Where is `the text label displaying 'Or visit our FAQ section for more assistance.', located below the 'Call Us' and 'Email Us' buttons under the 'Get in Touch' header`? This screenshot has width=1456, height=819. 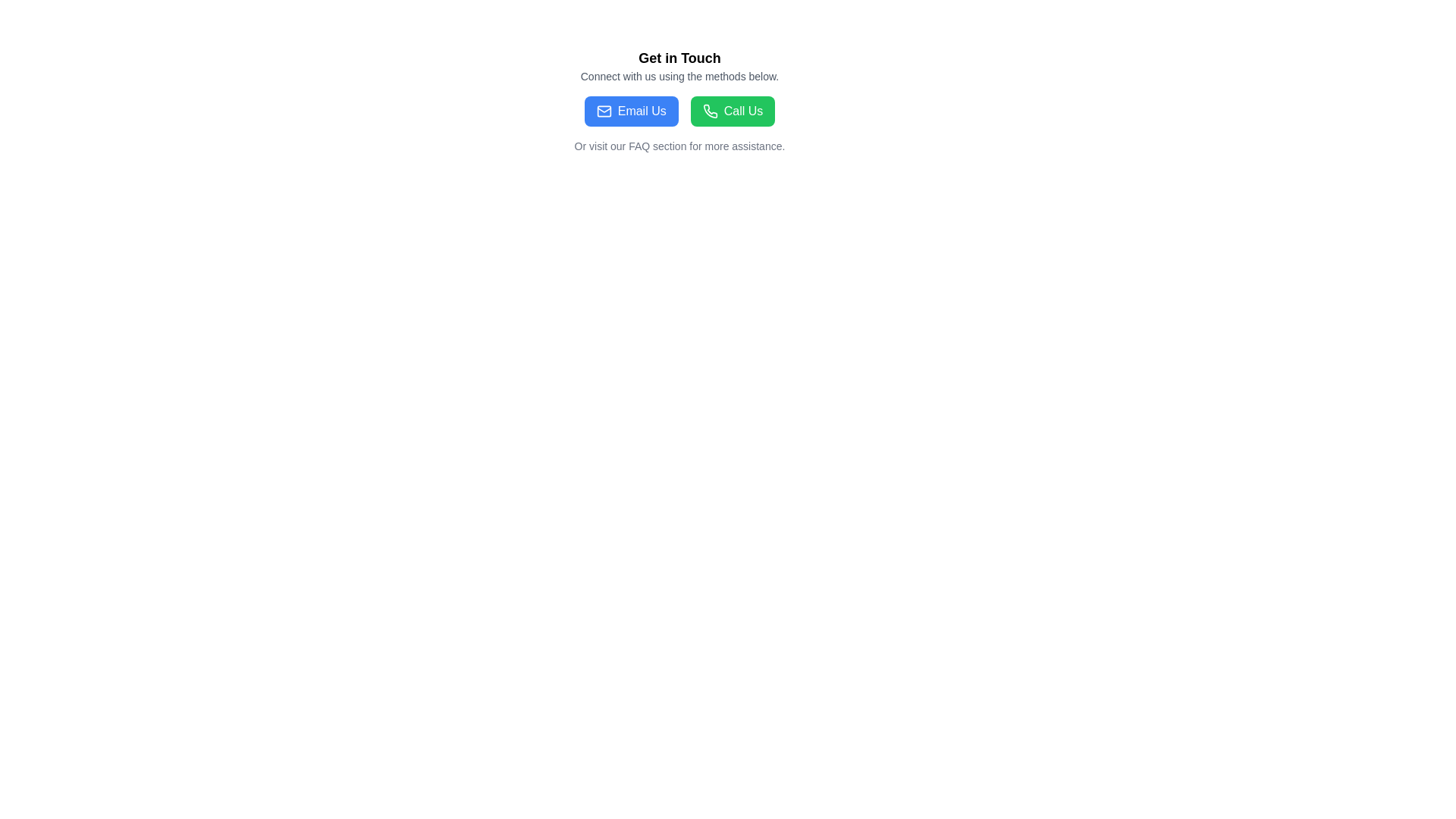 the text label displaying 'Or visit our FAQ section for more assistance.', located below the 'Call Us' and 'Email Us' buttons under the 'Get in Touch' header is located at coordinates (679, 146).